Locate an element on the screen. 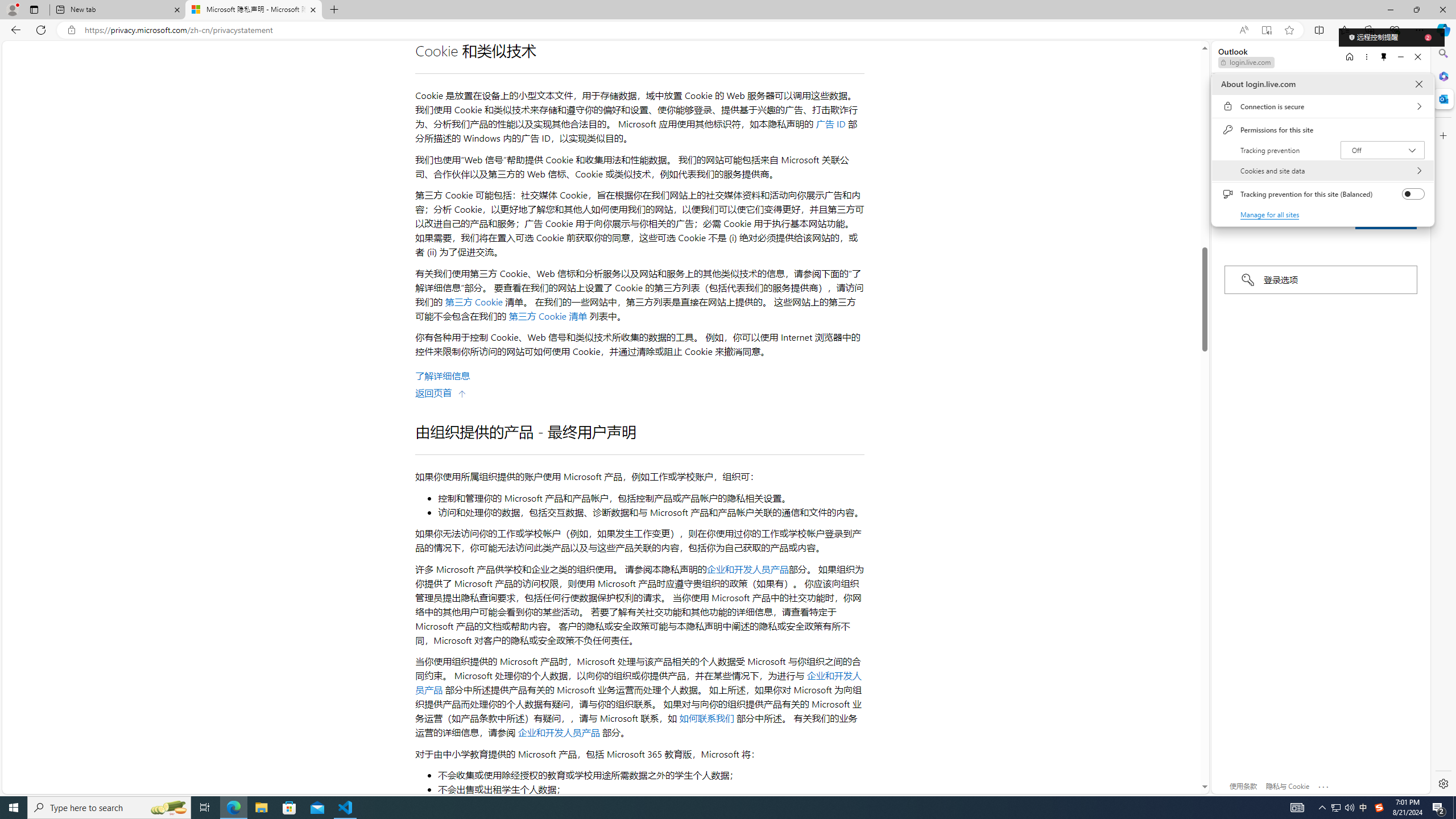 The height and width of the screenshot is (819, 1456). 'Task View' is located at coordinates (204, 806).